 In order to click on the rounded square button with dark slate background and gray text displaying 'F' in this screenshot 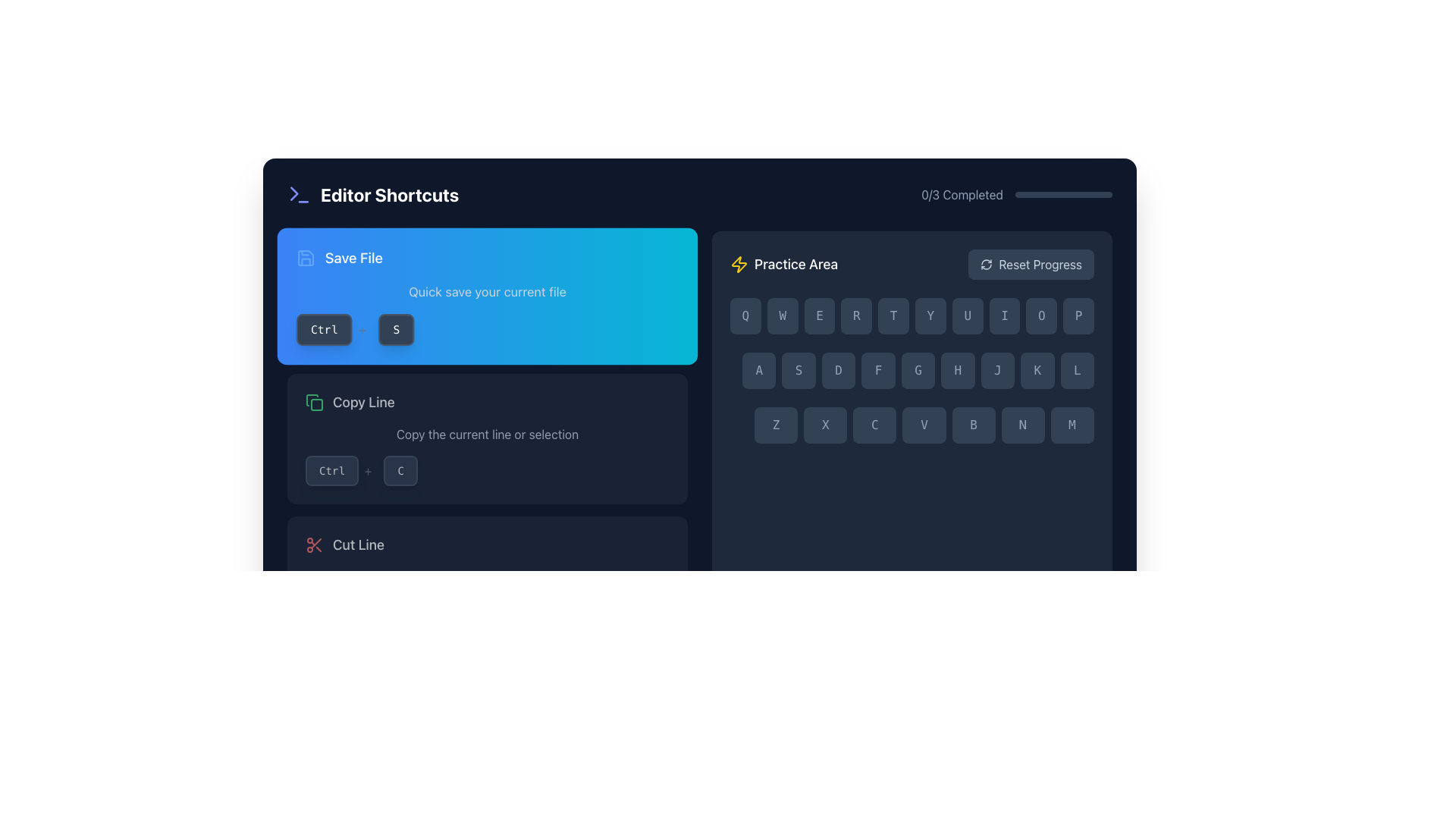, I will do `click(878, 371)`.